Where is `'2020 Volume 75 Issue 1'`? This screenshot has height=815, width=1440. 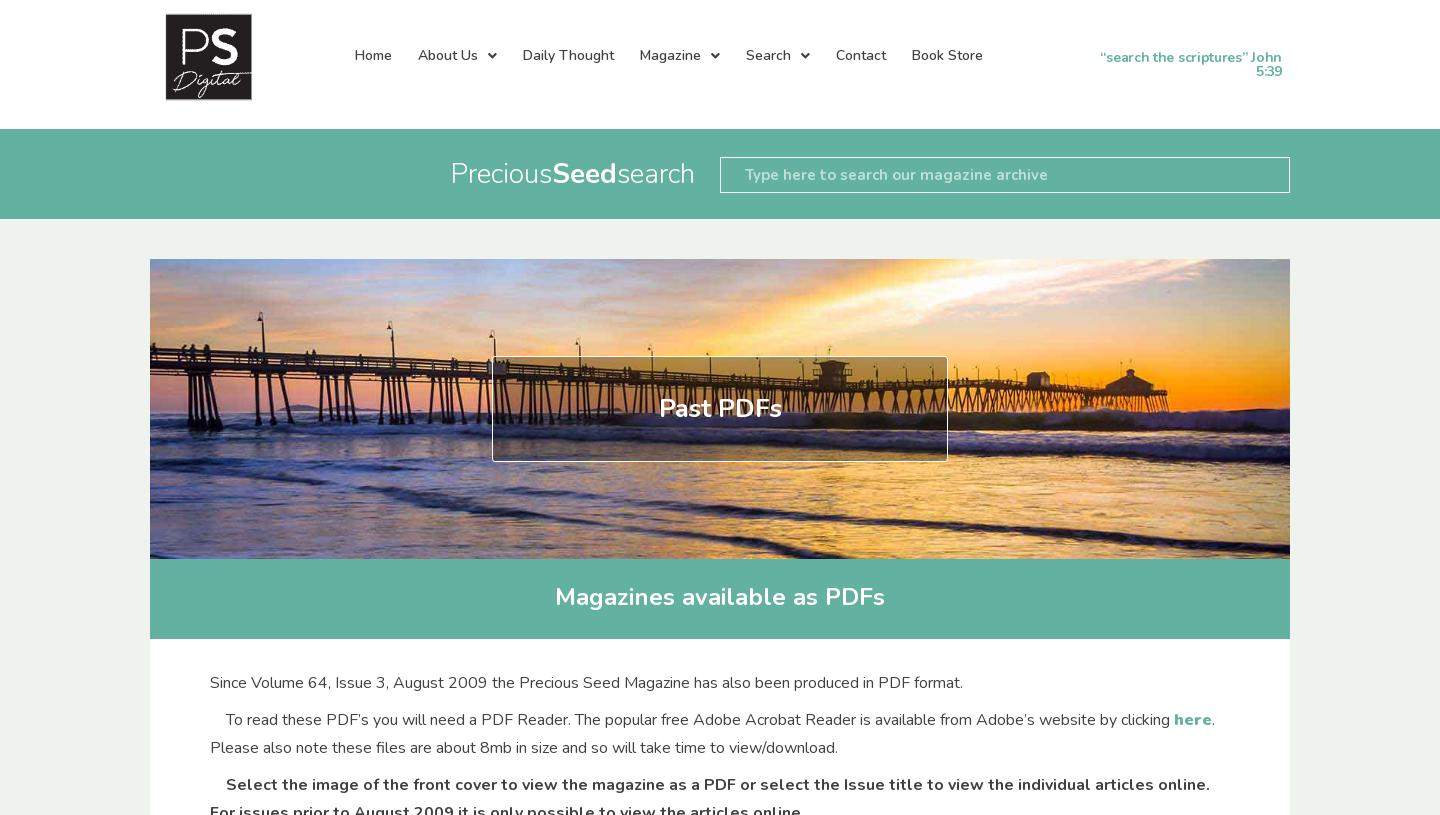
'2020 Volume 75 Issue 1' is located at coordinates (804, 760).